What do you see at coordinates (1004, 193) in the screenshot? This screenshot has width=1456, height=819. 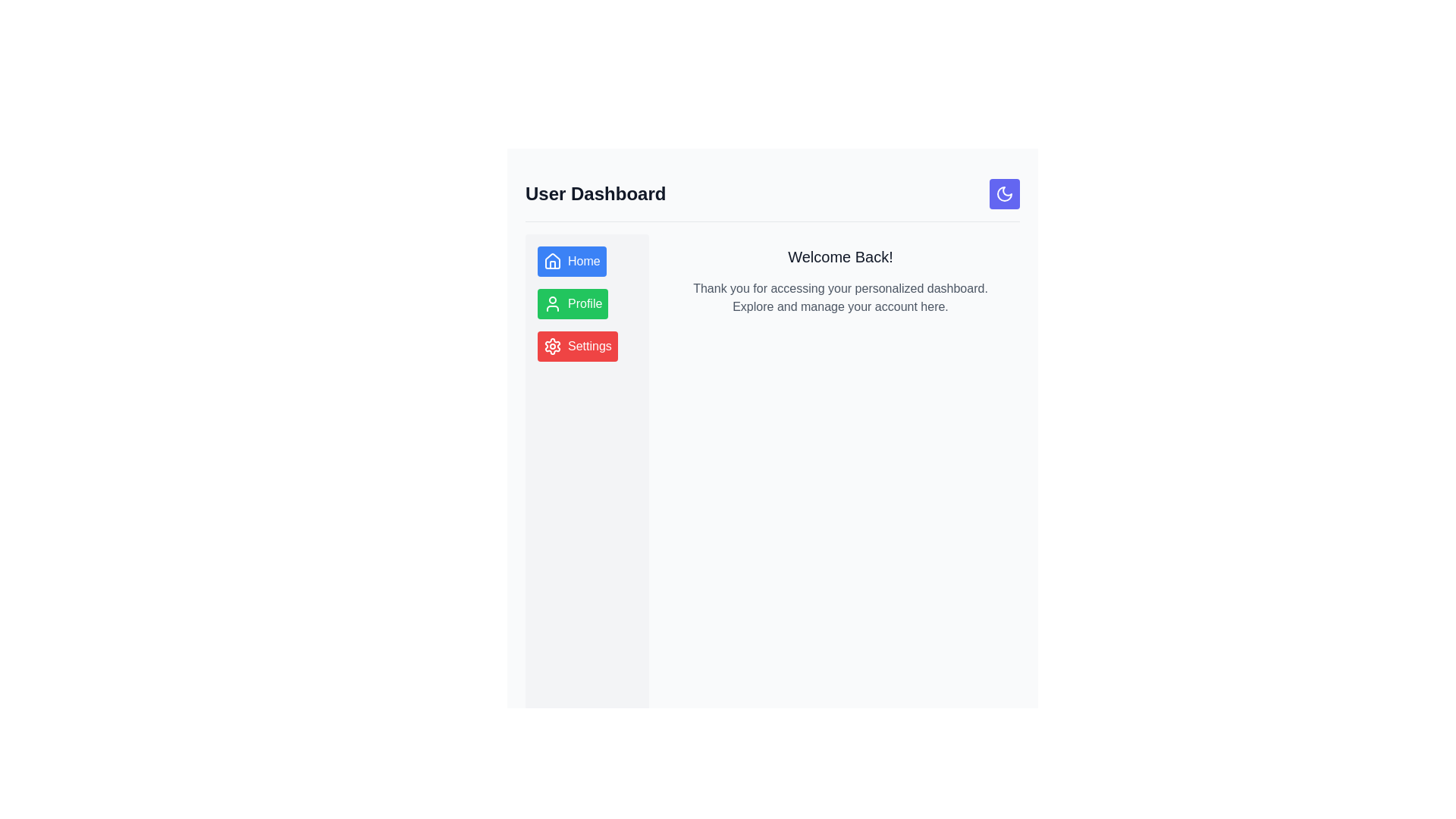 I see `the crescent moon icon located at the top-right corner of the user interface inside a square button` at bounding box center [1004, 193].